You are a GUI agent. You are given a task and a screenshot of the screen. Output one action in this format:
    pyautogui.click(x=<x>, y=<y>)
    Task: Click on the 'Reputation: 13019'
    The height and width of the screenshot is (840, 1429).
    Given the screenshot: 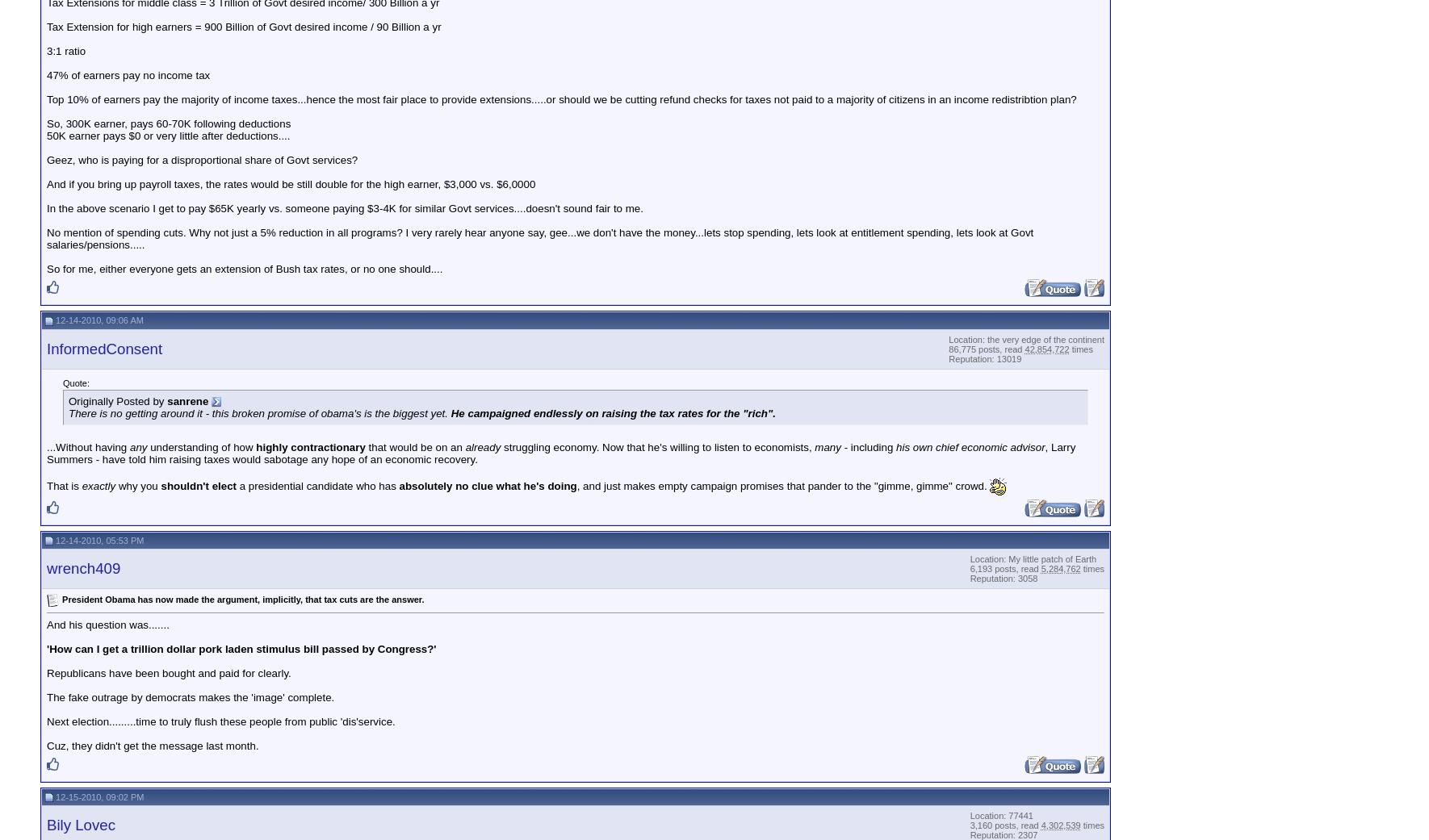 What is the action you would take?
    pyautogui.click(x=984, y=357)
    